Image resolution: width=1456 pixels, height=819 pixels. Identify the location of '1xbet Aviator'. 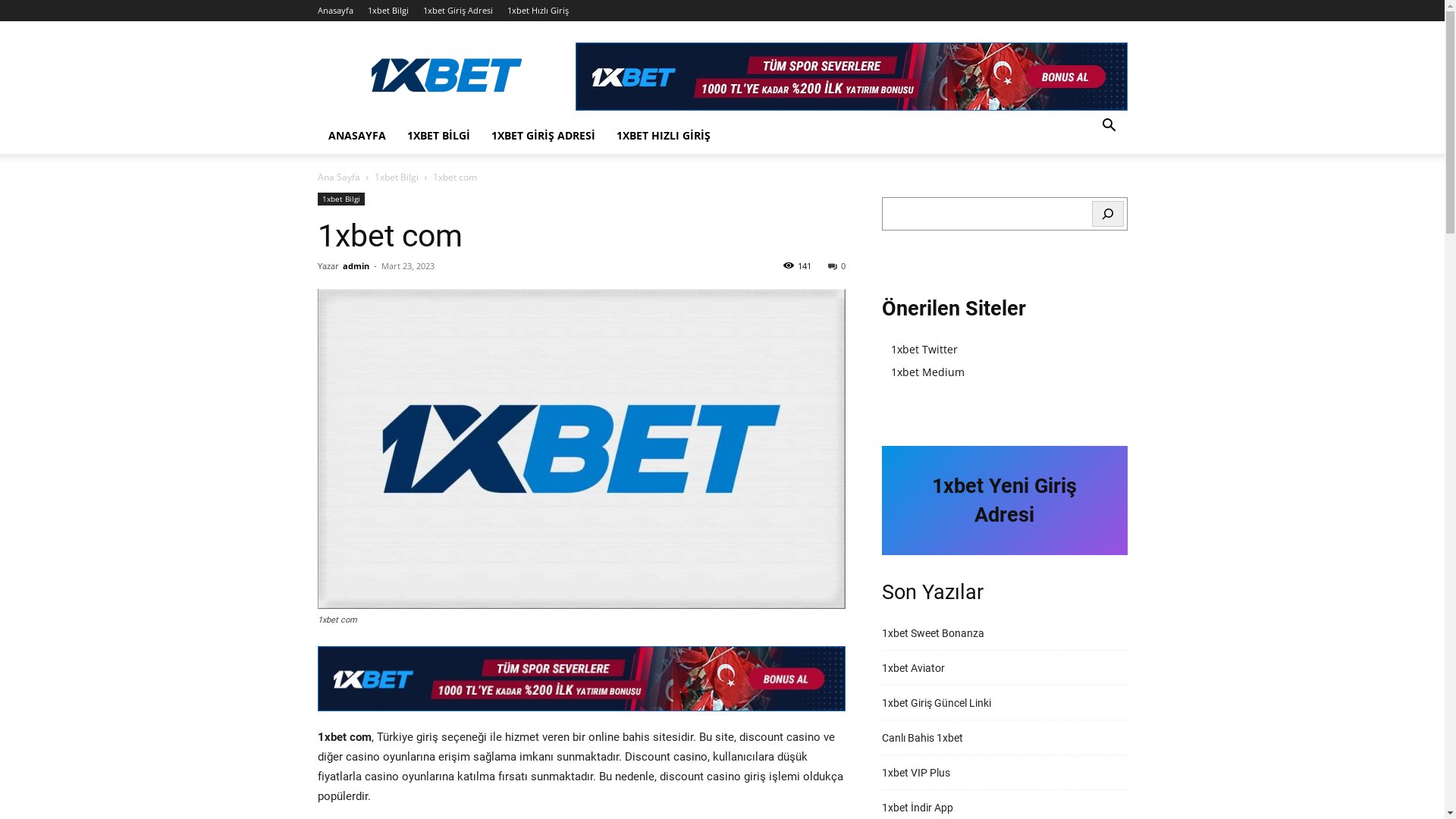
(912, 667).